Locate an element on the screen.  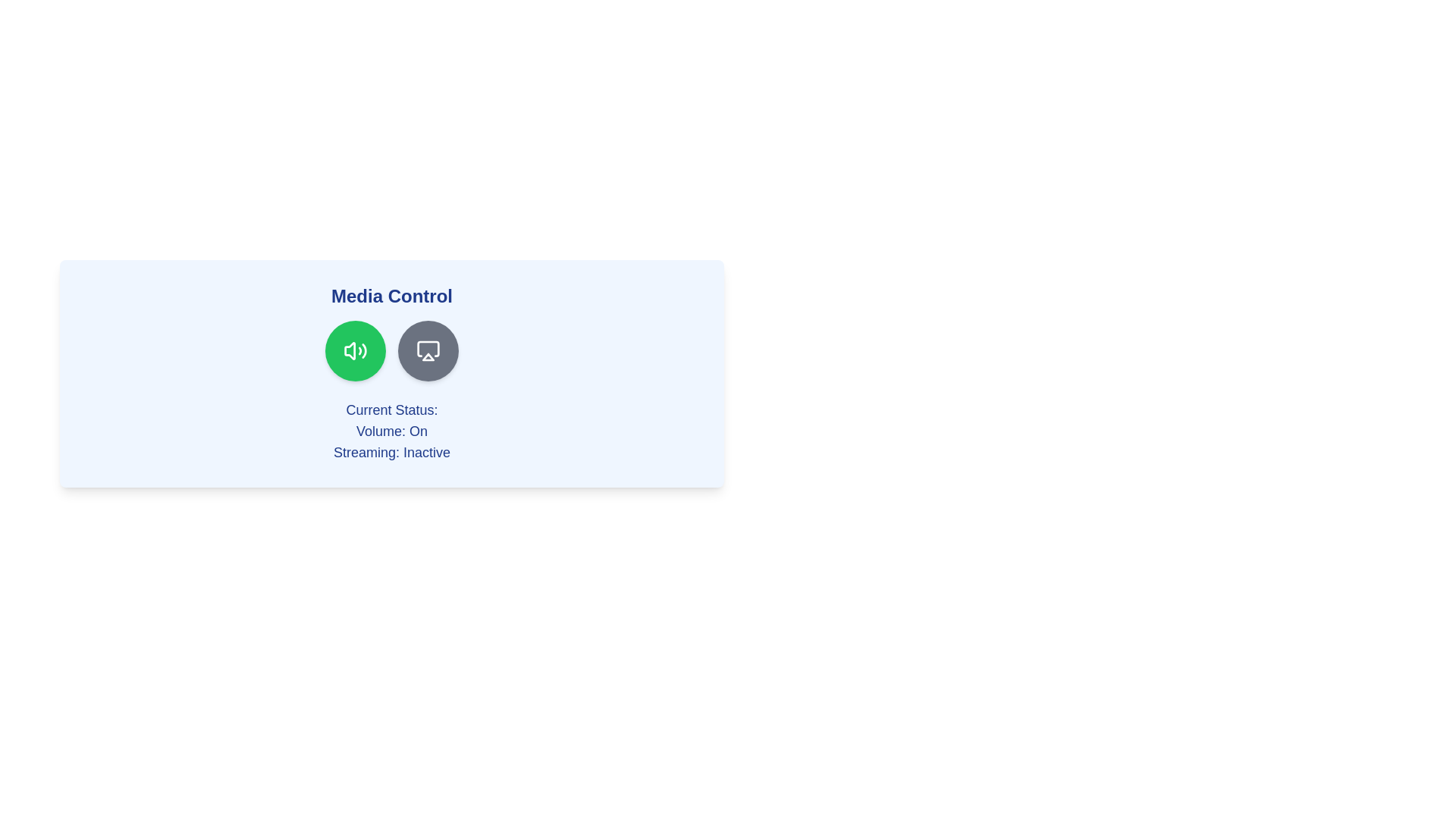
the 'Toggle Streaming' button to toggle the streaming state is located at coordinates (428, 350).